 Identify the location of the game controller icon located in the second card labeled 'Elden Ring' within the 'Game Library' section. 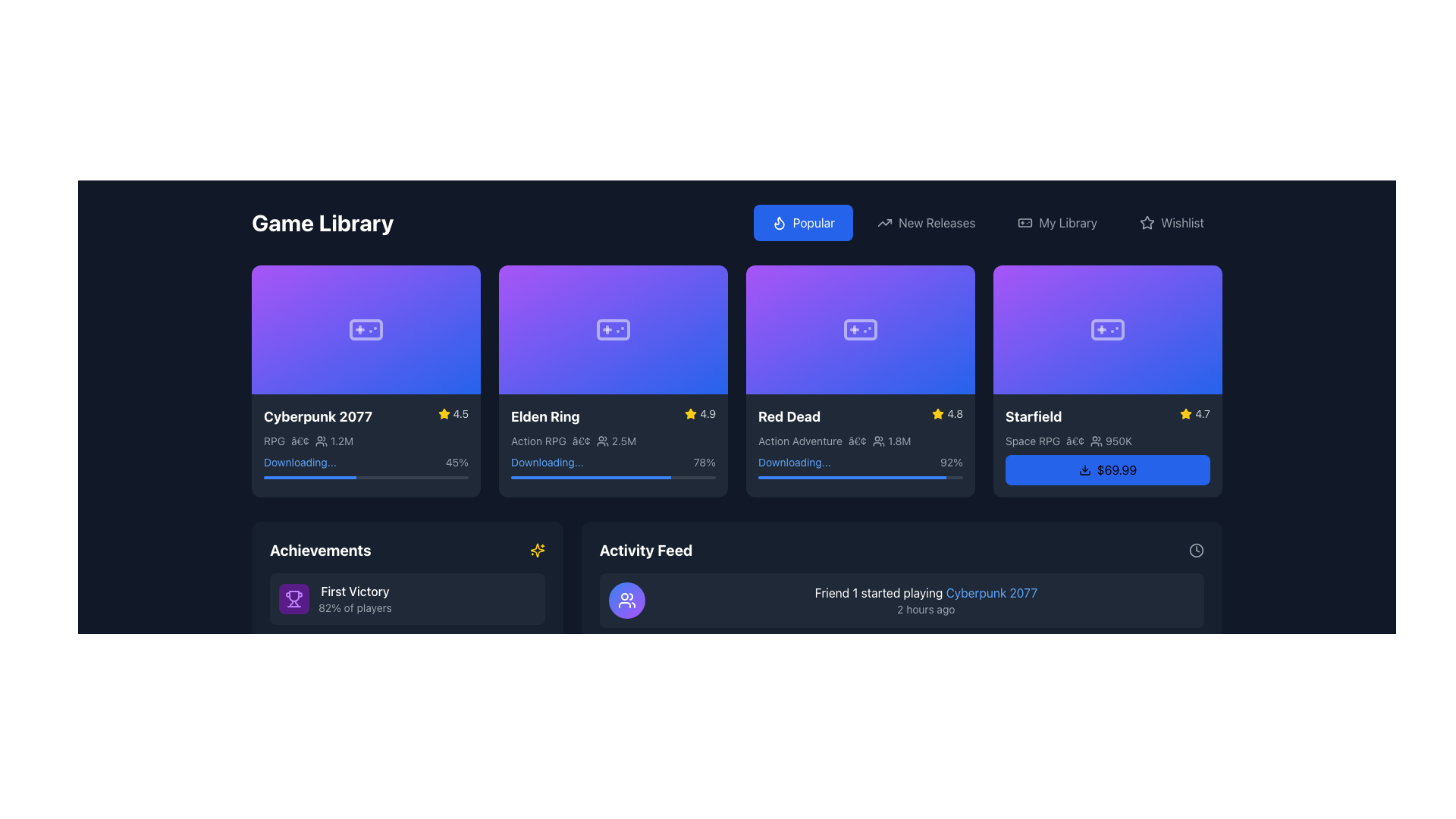
(613, 328).